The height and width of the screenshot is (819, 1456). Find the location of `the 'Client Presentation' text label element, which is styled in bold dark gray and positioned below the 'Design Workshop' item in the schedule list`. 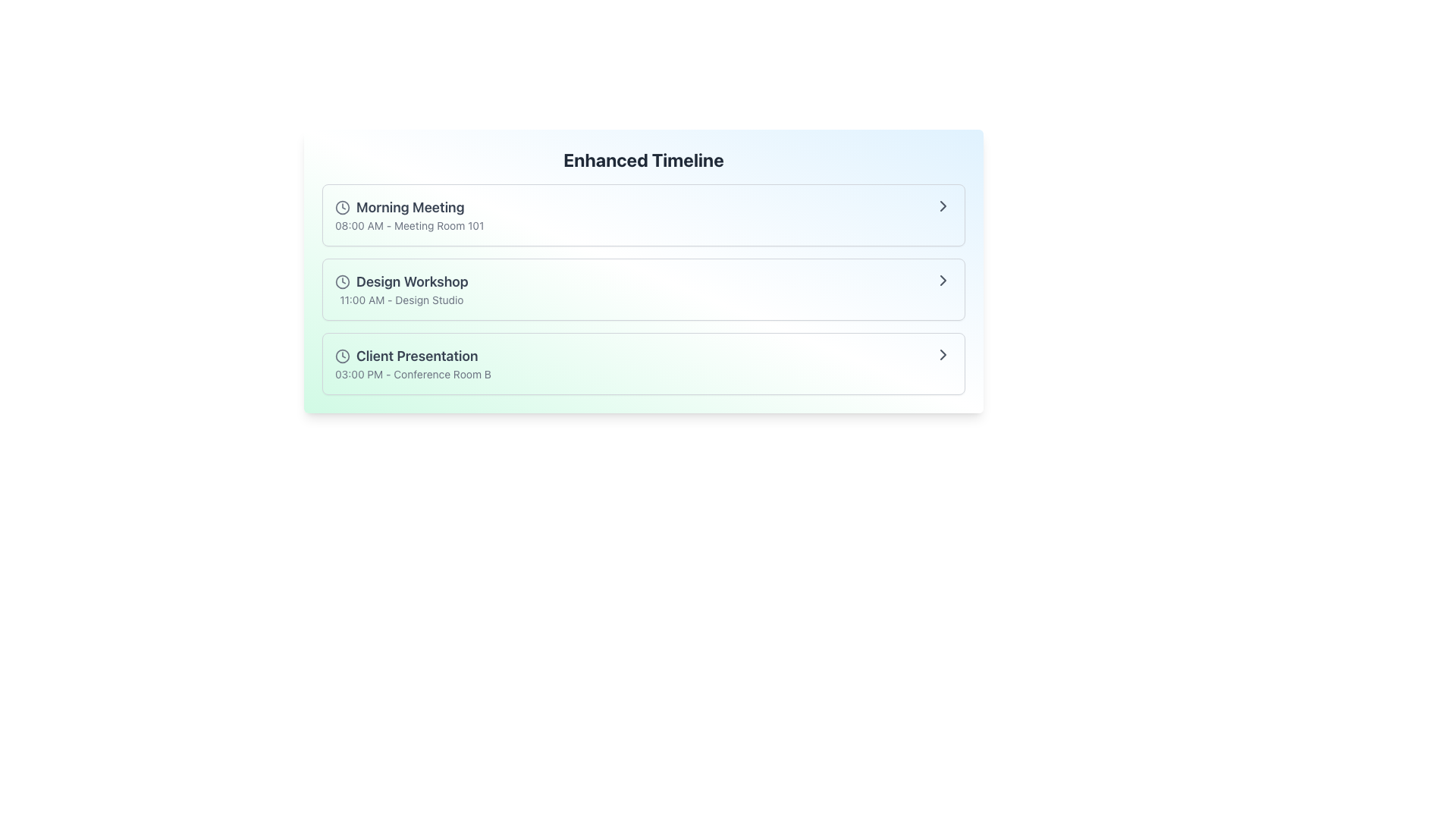

the 'Client Presentation' text label element, which is styled in bold dark gray and positioned below the 'Design Workshop' item in the schedule list is located at coordinates (413, 356).